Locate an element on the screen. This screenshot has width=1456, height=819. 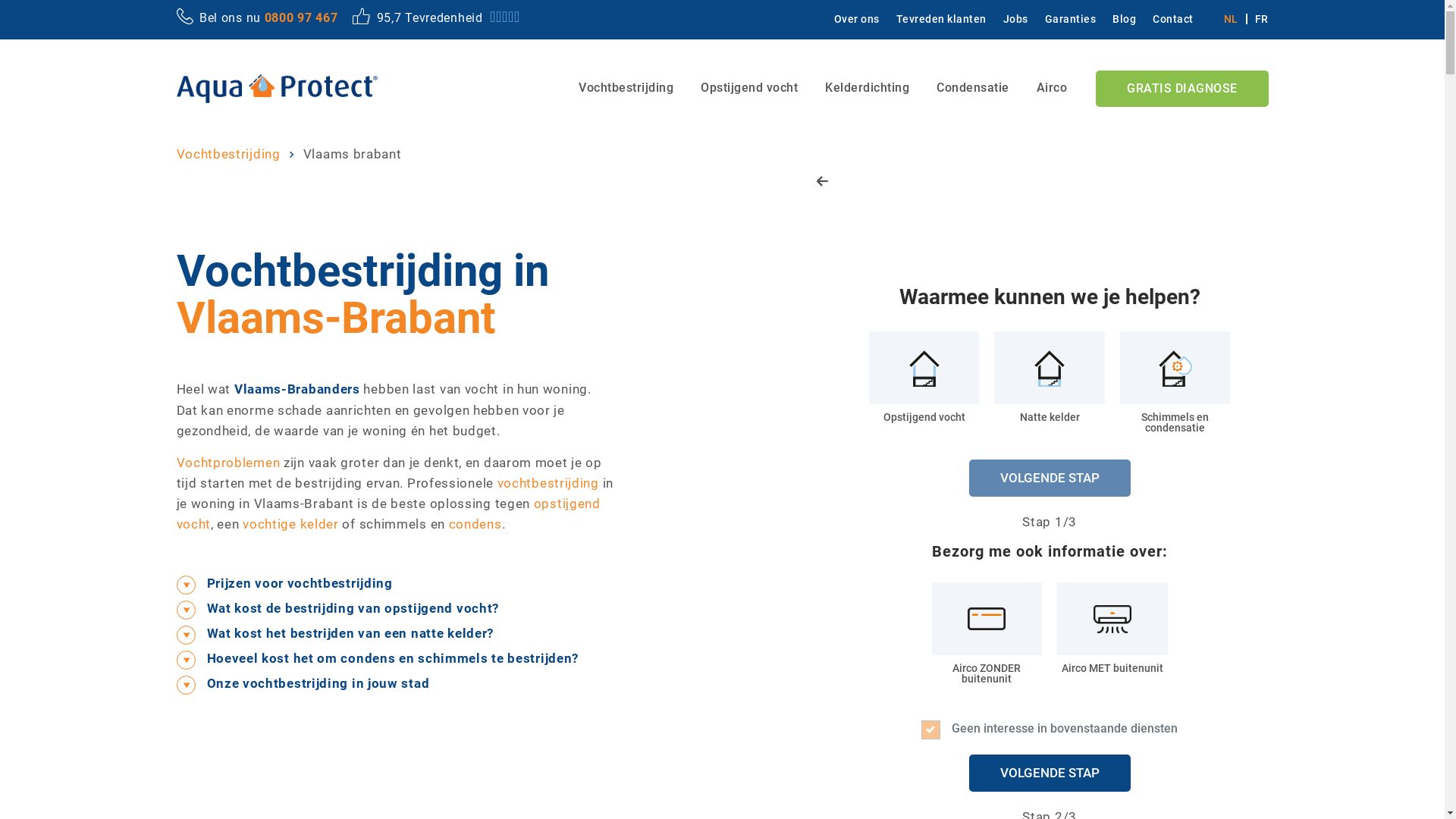
'FR' is located at coordinates (1257, 18).